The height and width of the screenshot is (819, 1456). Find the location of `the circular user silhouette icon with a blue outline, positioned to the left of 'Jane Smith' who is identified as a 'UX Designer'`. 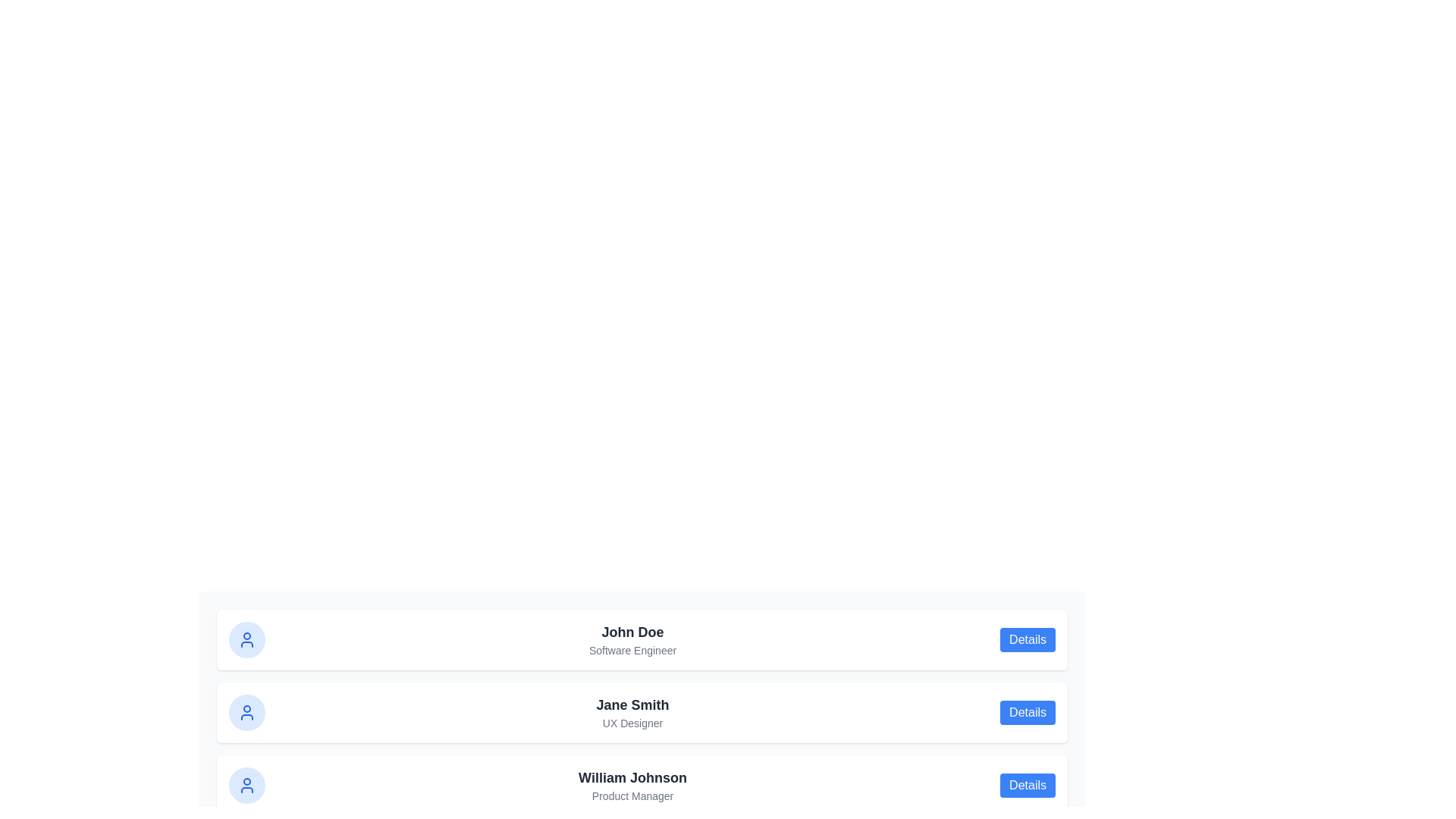

the circular user silhouette icon with a blue outline, positioned to the left of 'Jane Smith' who is identified as a 'UX Designer' is located at coordinates (247, 713).